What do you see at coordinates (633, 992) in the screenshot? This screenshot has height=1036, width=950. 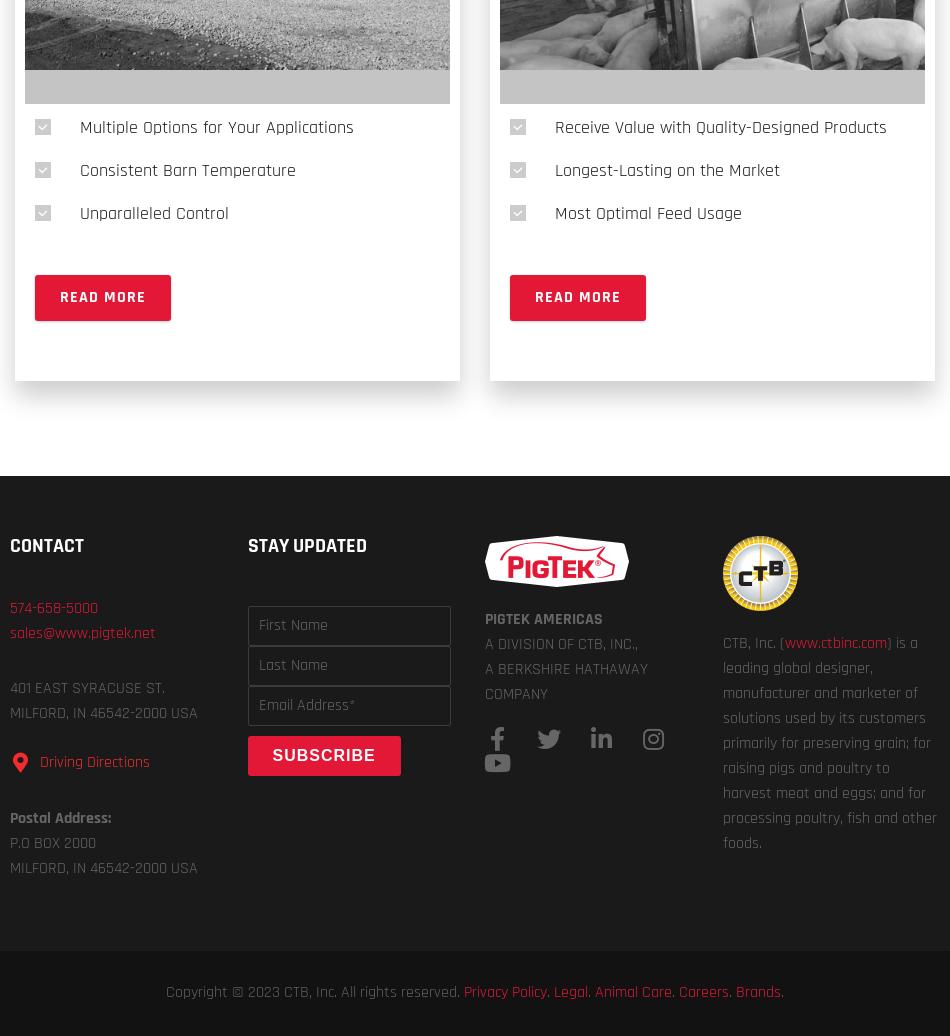 I see `'Animal Care'` at bounding box center [633, 992].